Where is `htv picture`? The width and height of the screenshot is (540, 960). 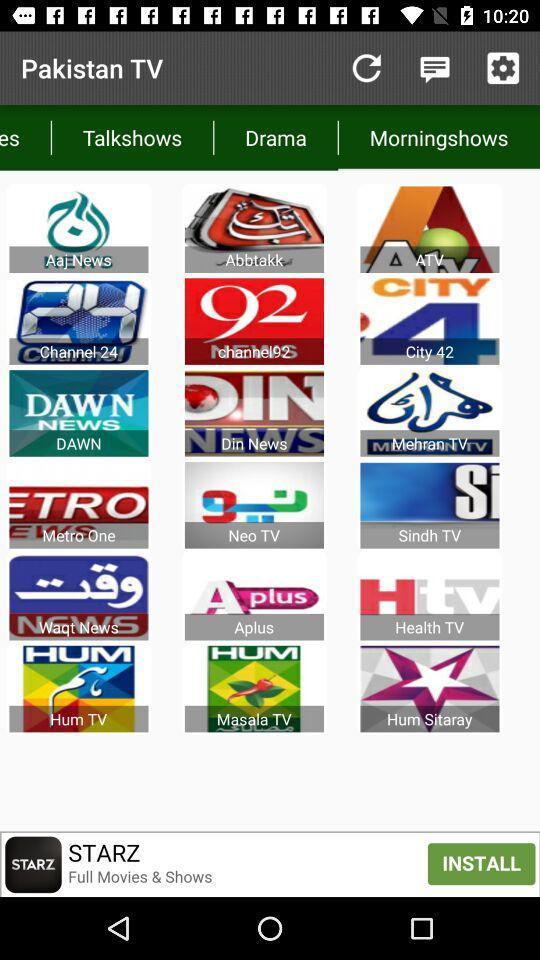 htv picture is located at coordinates (429, 597).